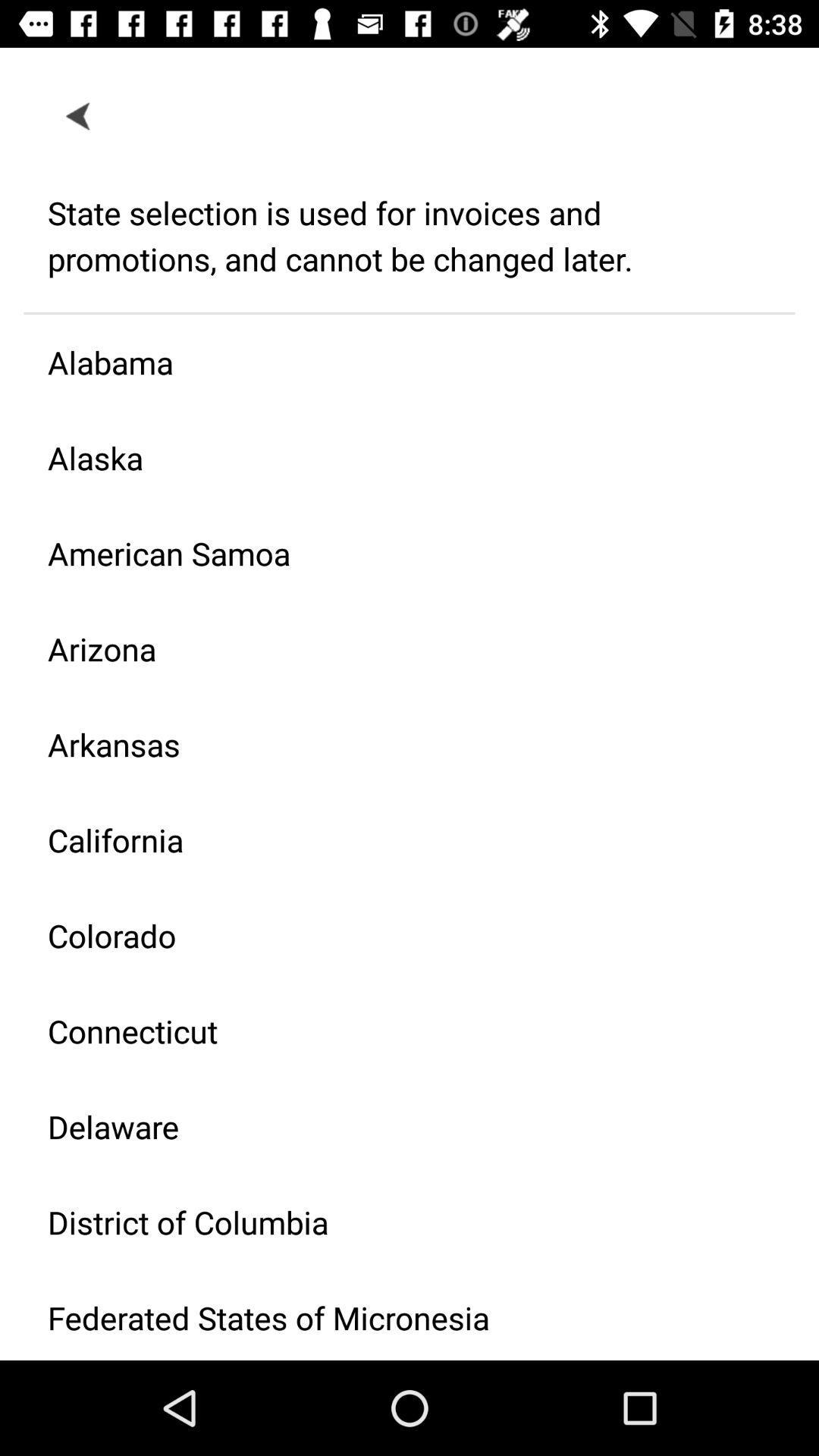 This screenshot has height=1456, width=819. What do you see at coordinates (79, 115) in the screenshot?
I see `go back` at bounding box center [79, 115].